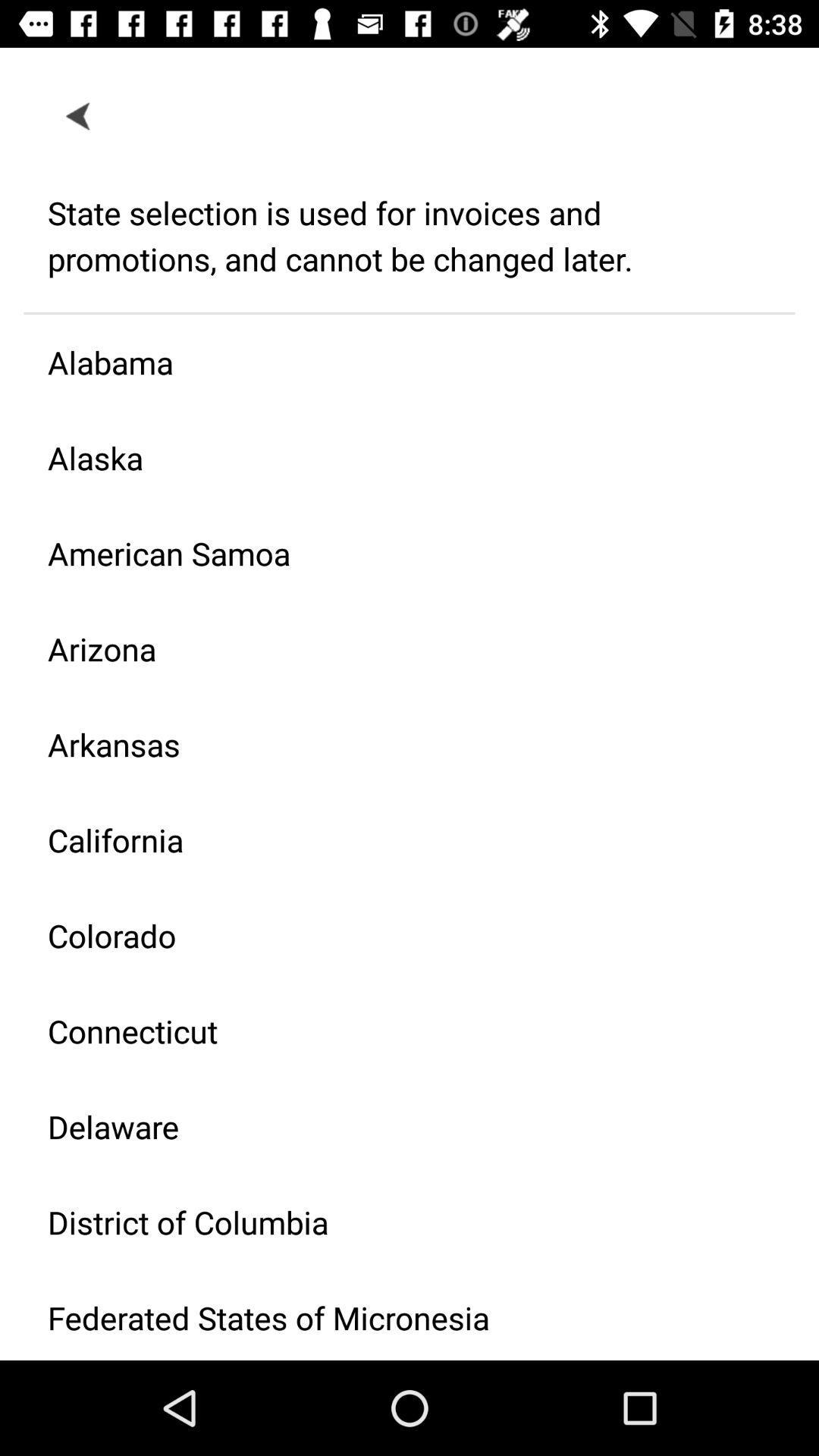 This screenshot has height=1456, width=819. What do you see at coordinates (79, 115) in the screenshot?
I see `go back` at bounding box center [79, 115].